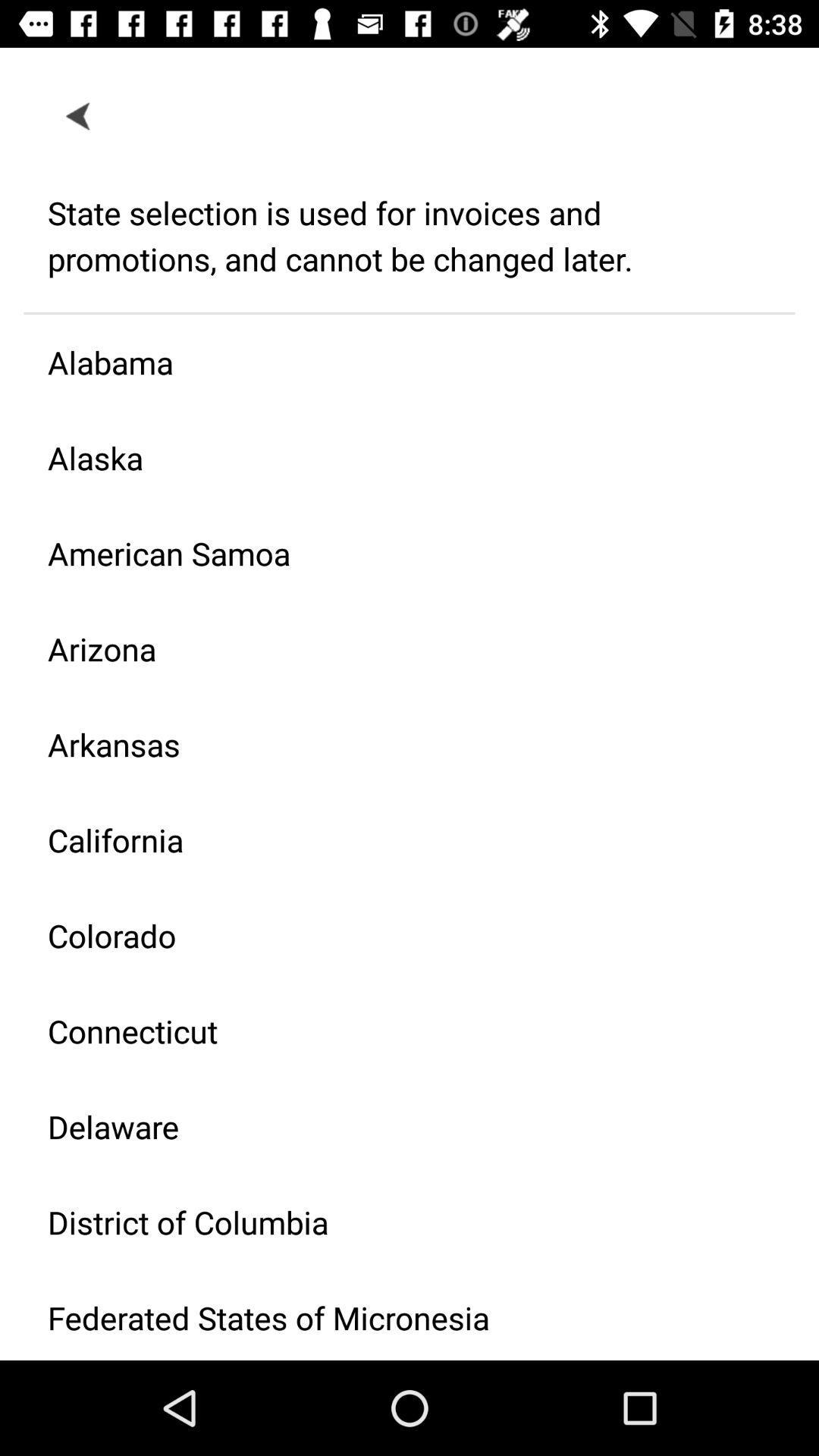 This screenshot has height=1456, width=819. What do you see at coordinates (79, 115) in the screenshot?
I see `go back` at bounding box center [79, 115].